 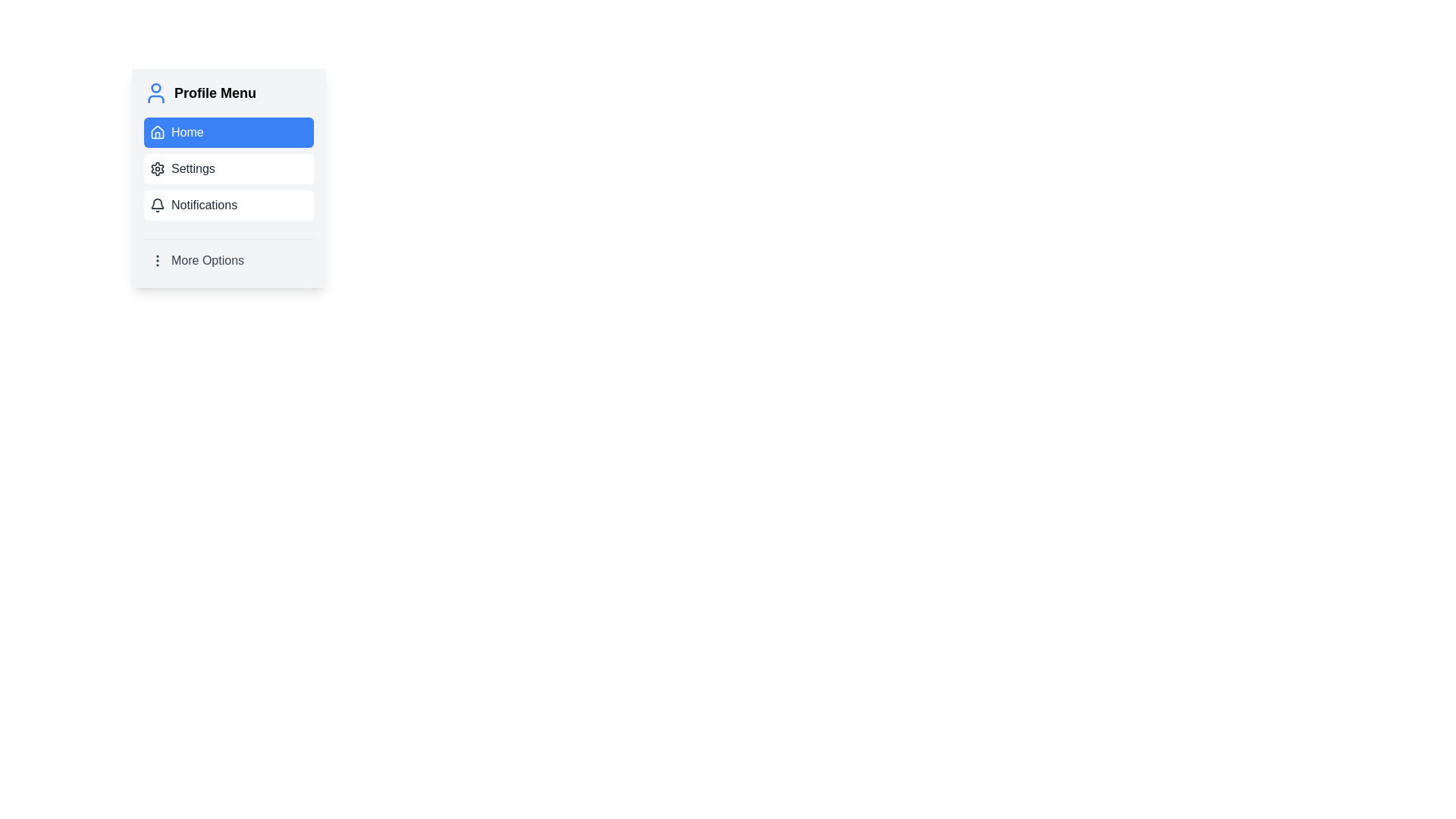 What do you see at coordinates (228, 93) in the screenshot?
I see `the 'Profile Menu' text element, which features bold black text and a blue user silhouette icon, located at the top of the menu layout` at bounding box center [228, 93].